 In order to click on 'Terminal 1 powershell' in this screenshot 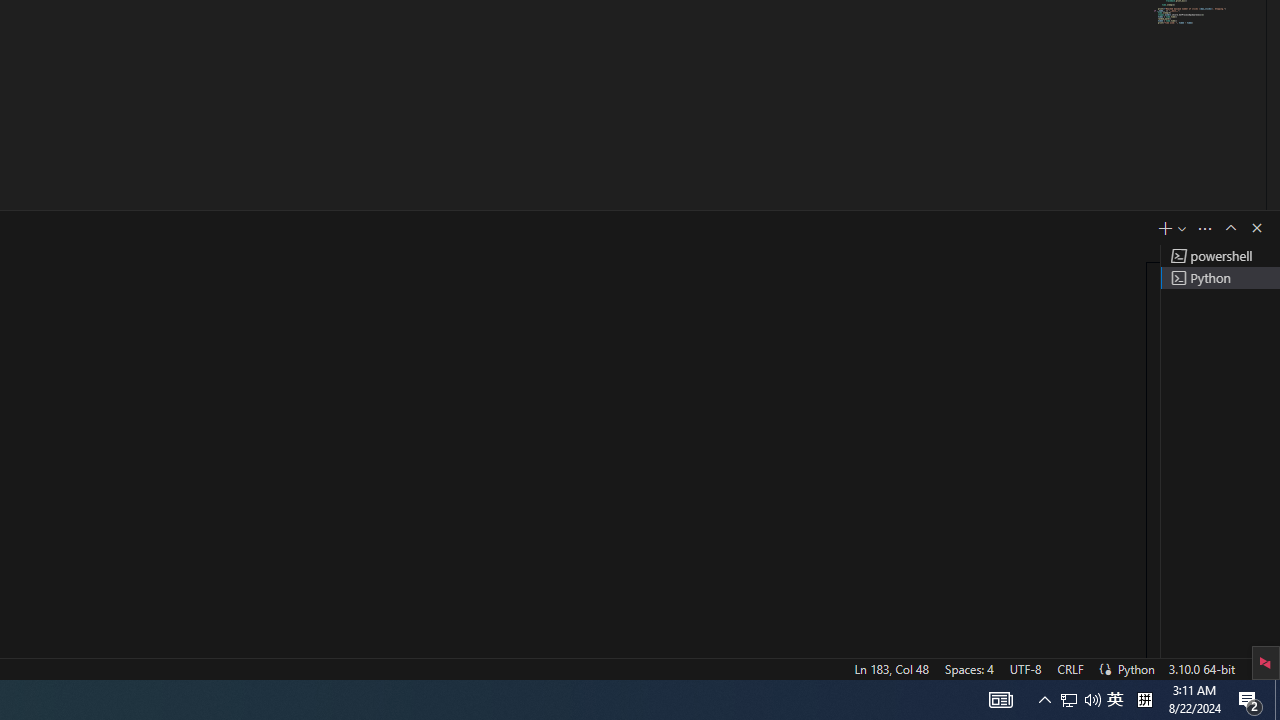, I will do `click(1219, 254)`.